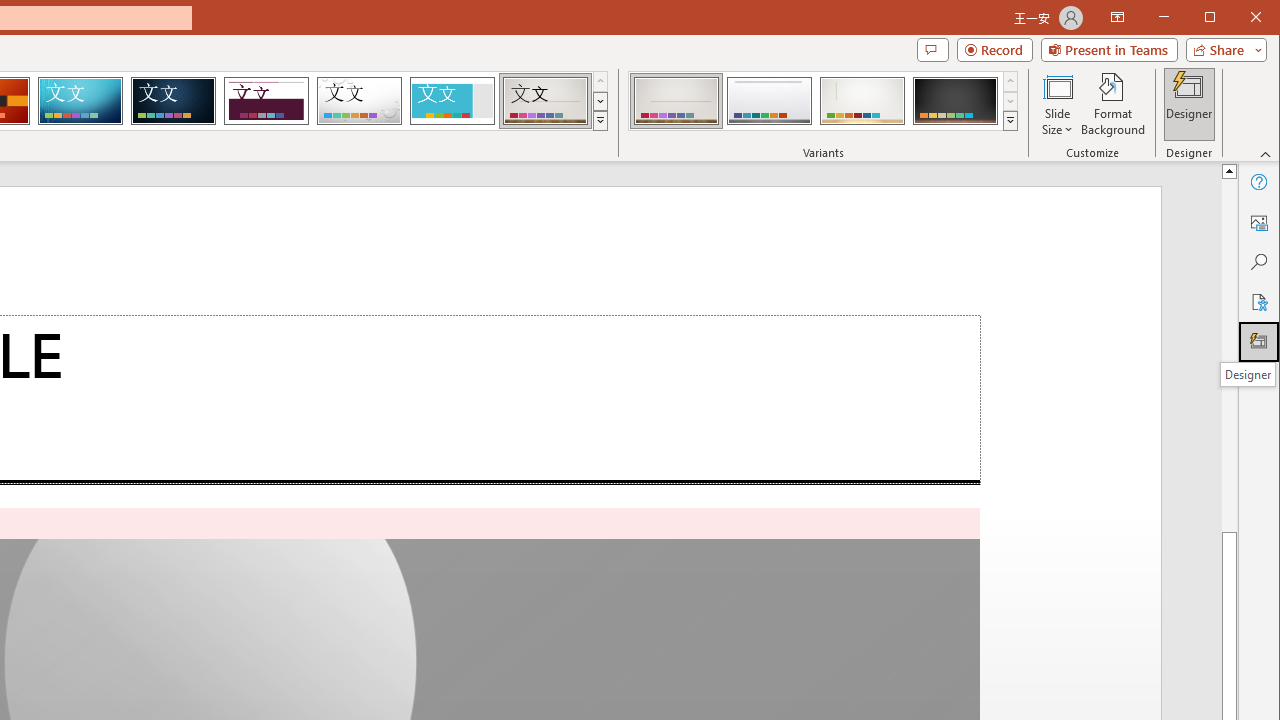 Image resolution: width=1280 pixels, height=720 pixels. I want to click on 'Variants', so click(1010, 120).